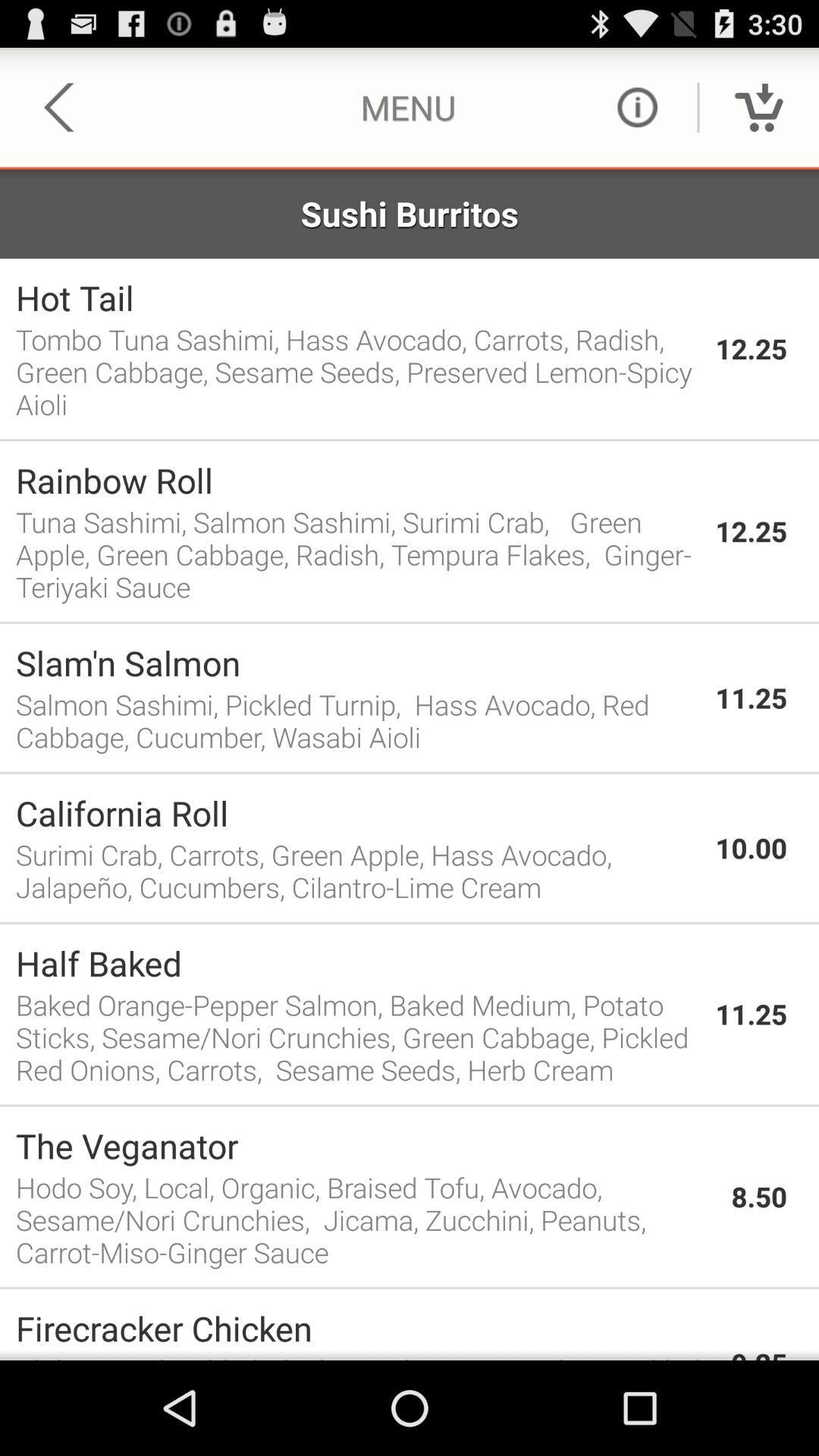 This screenshot has height=1456, width=819. Describe the element at coordinates (366, 1219) in the screenshot. I see `the app to the left of 8.50 icon` at that location.